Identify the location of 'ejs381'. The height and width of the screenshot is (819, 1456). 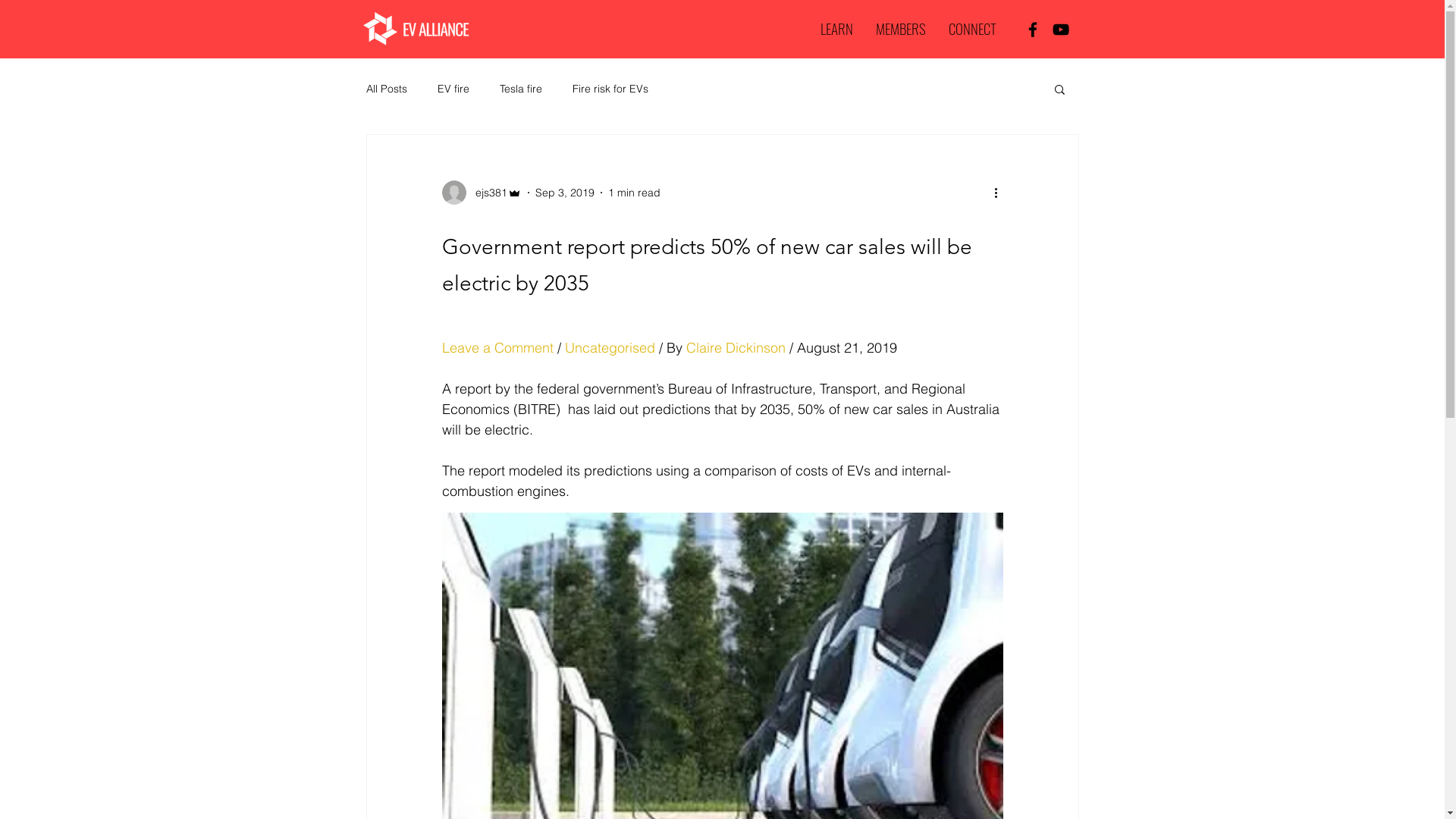
(480, 192).